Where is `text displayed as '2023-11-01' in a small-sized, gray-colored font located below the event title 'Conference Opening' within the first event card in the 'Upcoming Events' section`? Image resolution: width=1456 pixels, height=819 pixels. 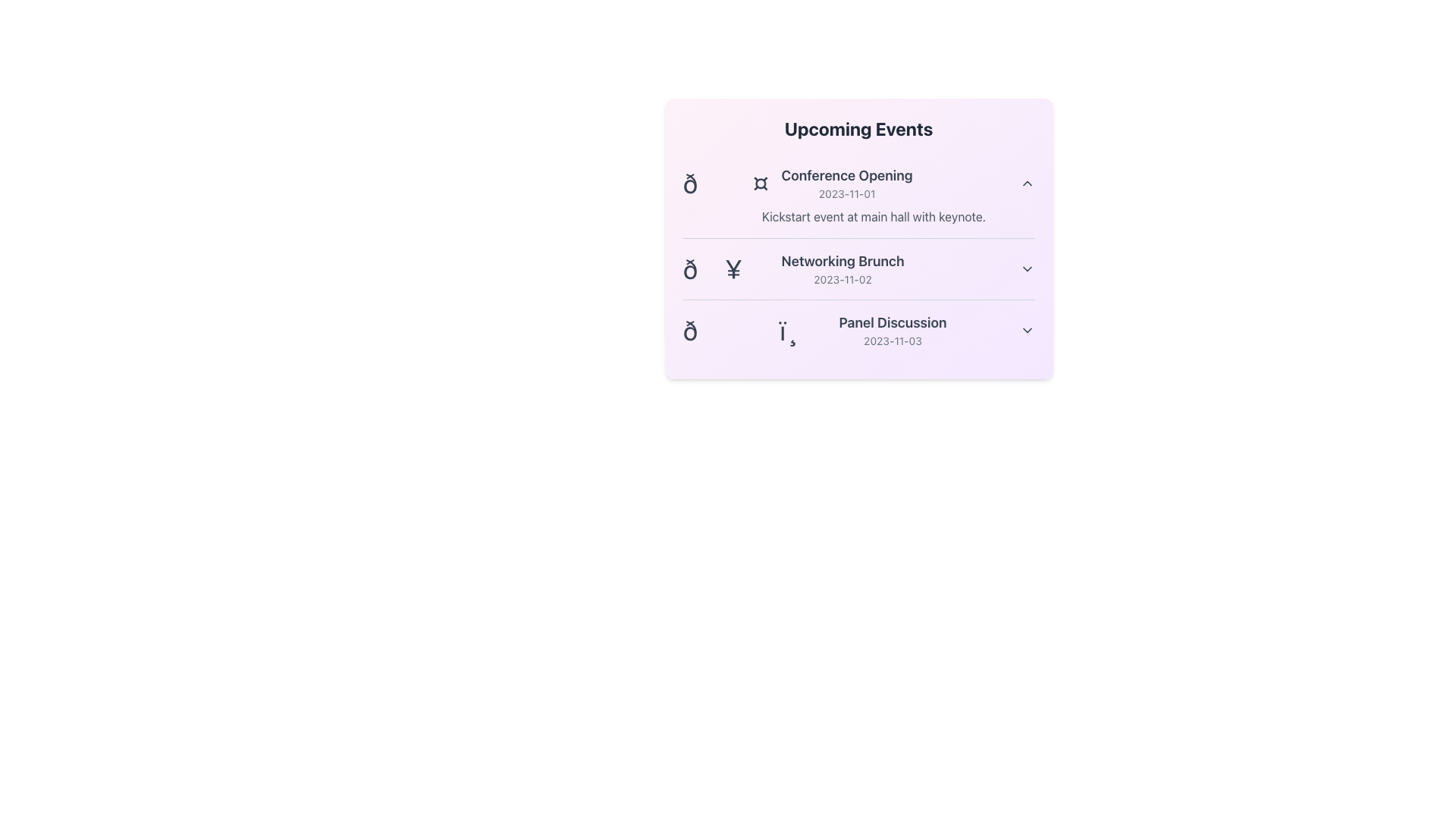
text displayed as '2023-11-01' in a small-sized, gray-colored font located below the event title 'Conference Opening' within the first event card in the 'Upcoming Events' section is located at coordinates (846, 193).